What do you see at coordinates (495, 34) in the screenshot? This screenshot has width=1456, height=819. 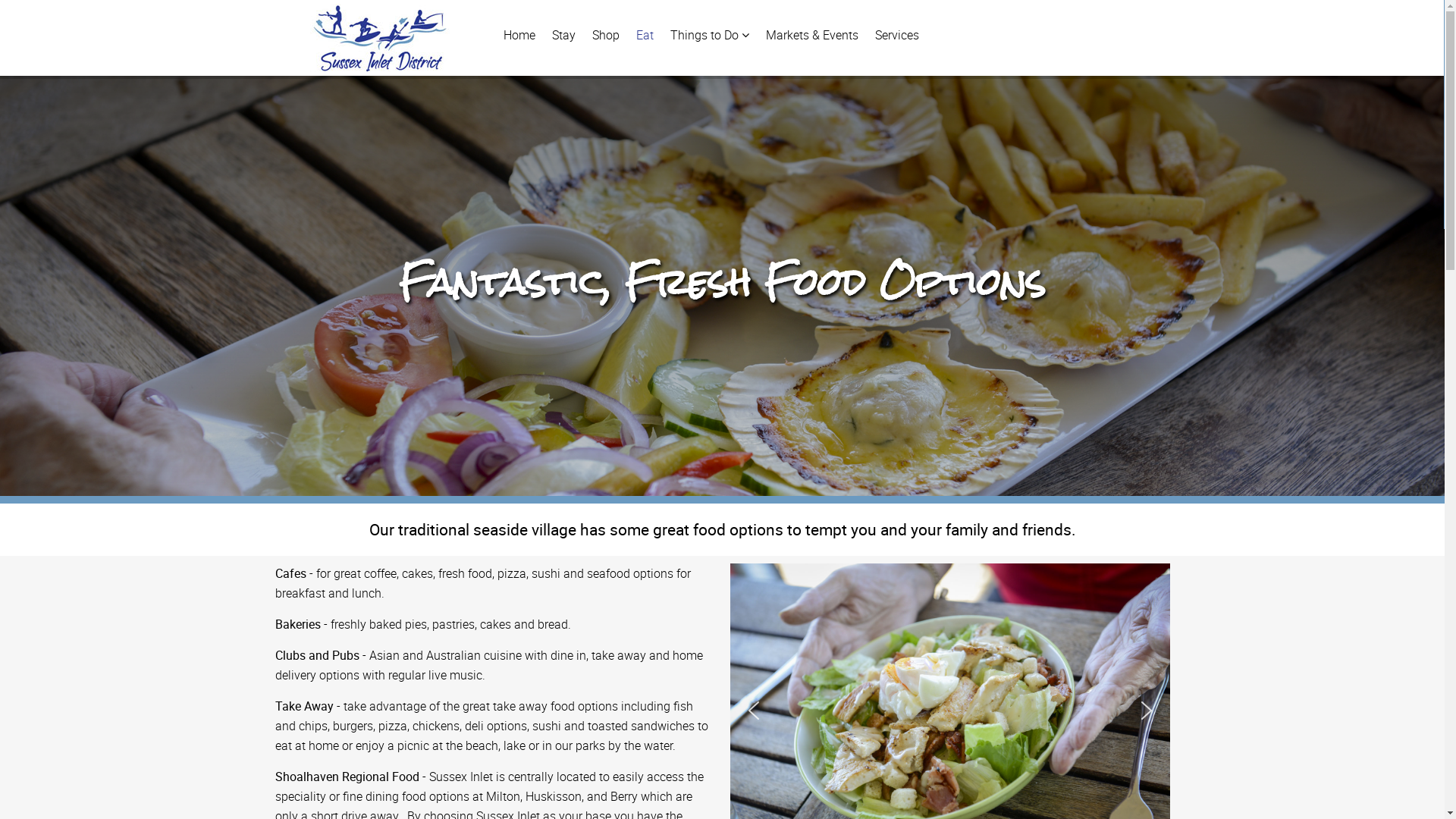 I see `'Home'` at bounding box center [495, 34].